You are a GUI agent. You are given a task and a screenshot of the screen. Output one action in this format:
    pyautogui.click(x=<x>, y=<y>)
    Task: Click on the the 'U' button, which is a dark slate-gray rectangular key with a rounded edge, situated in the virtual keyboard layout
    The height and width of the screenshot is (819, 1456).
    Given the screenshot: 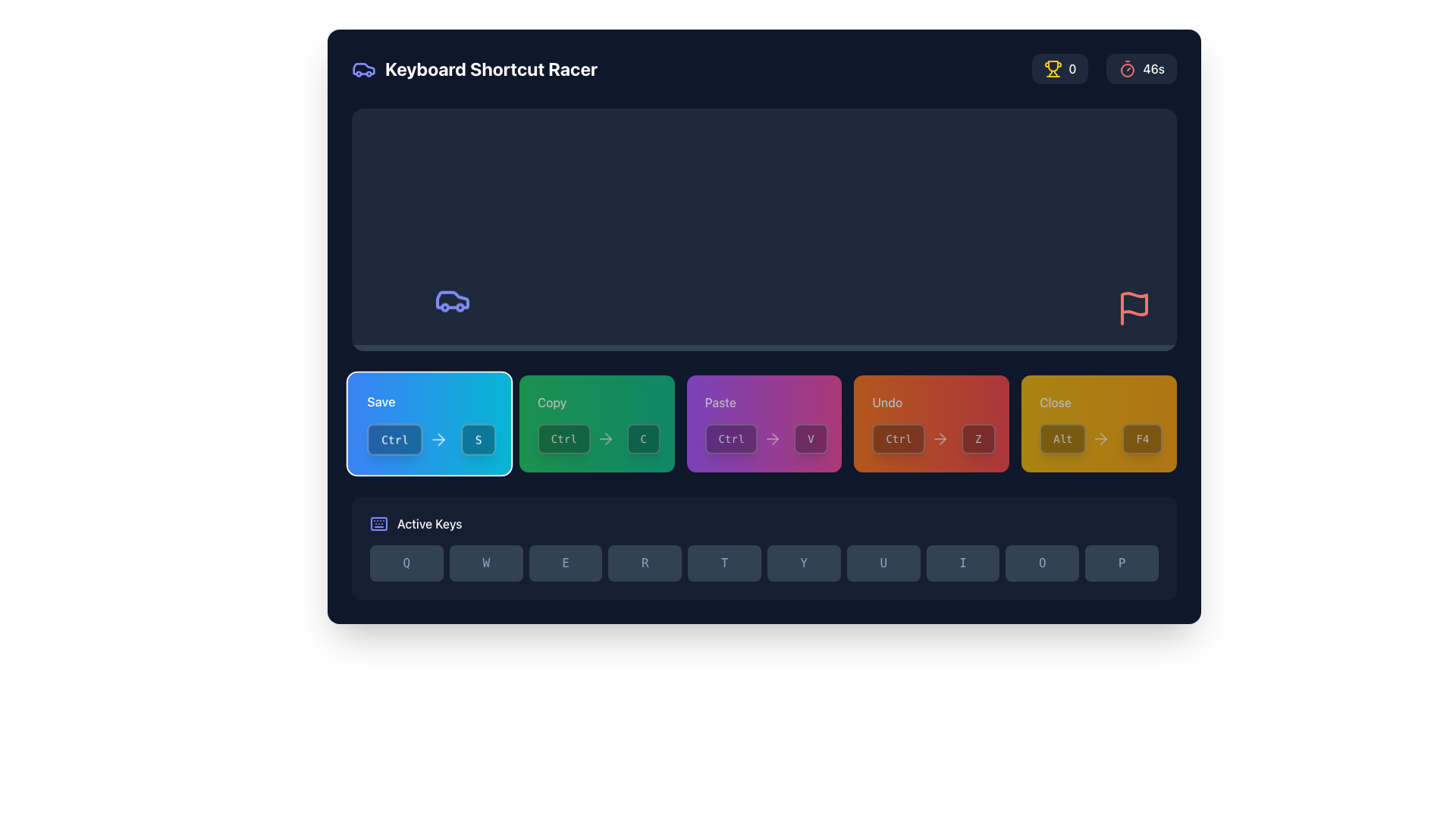 What is the action you would take?
    pyautogui.click(x=883, y=563)
    